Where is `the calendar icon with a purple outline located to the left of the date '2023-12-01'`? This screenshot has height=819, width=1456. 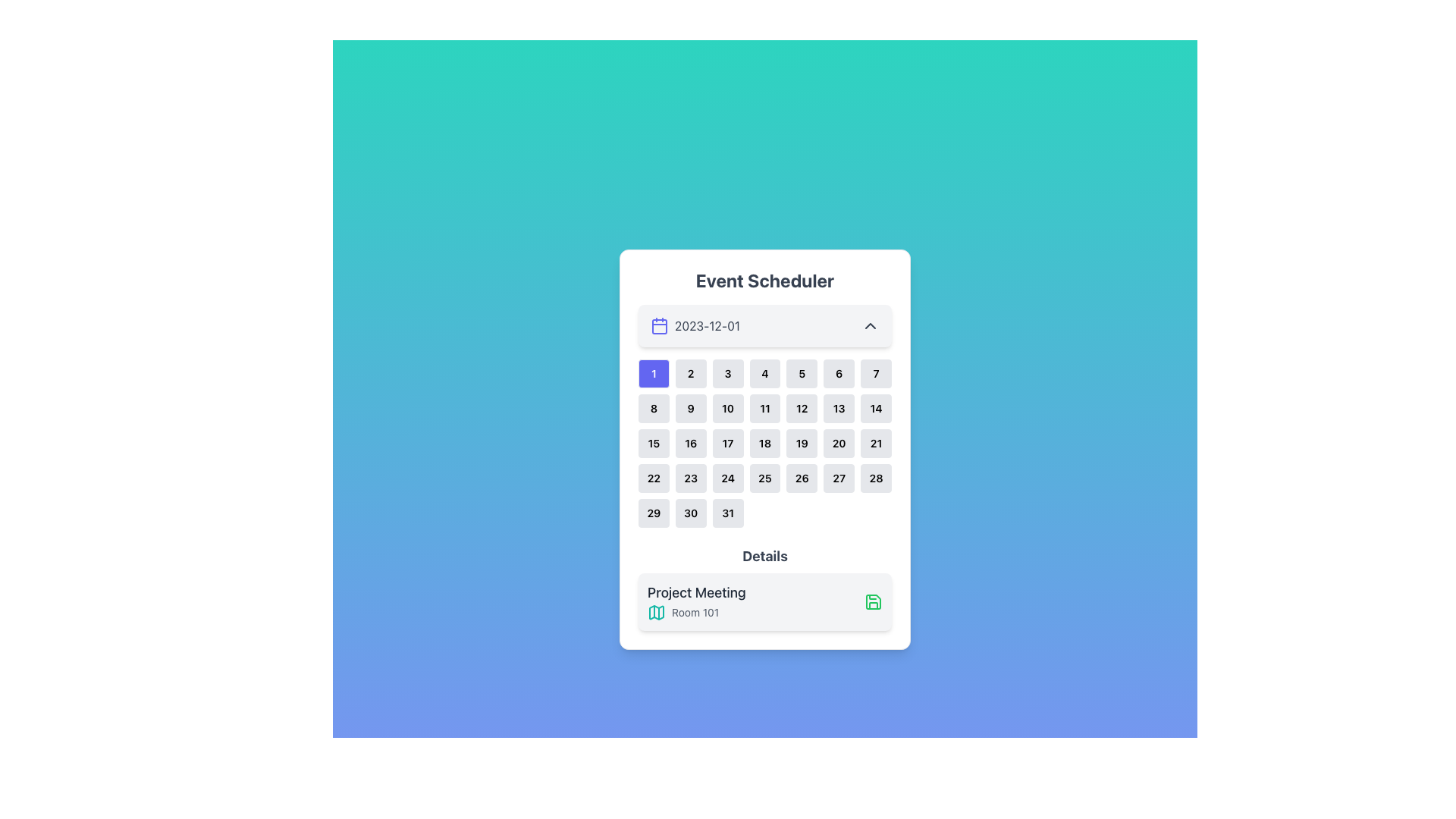
the calendar icon with a purple outline located to the left of the date '2023-12-01' is located at coordinates (659, 325).